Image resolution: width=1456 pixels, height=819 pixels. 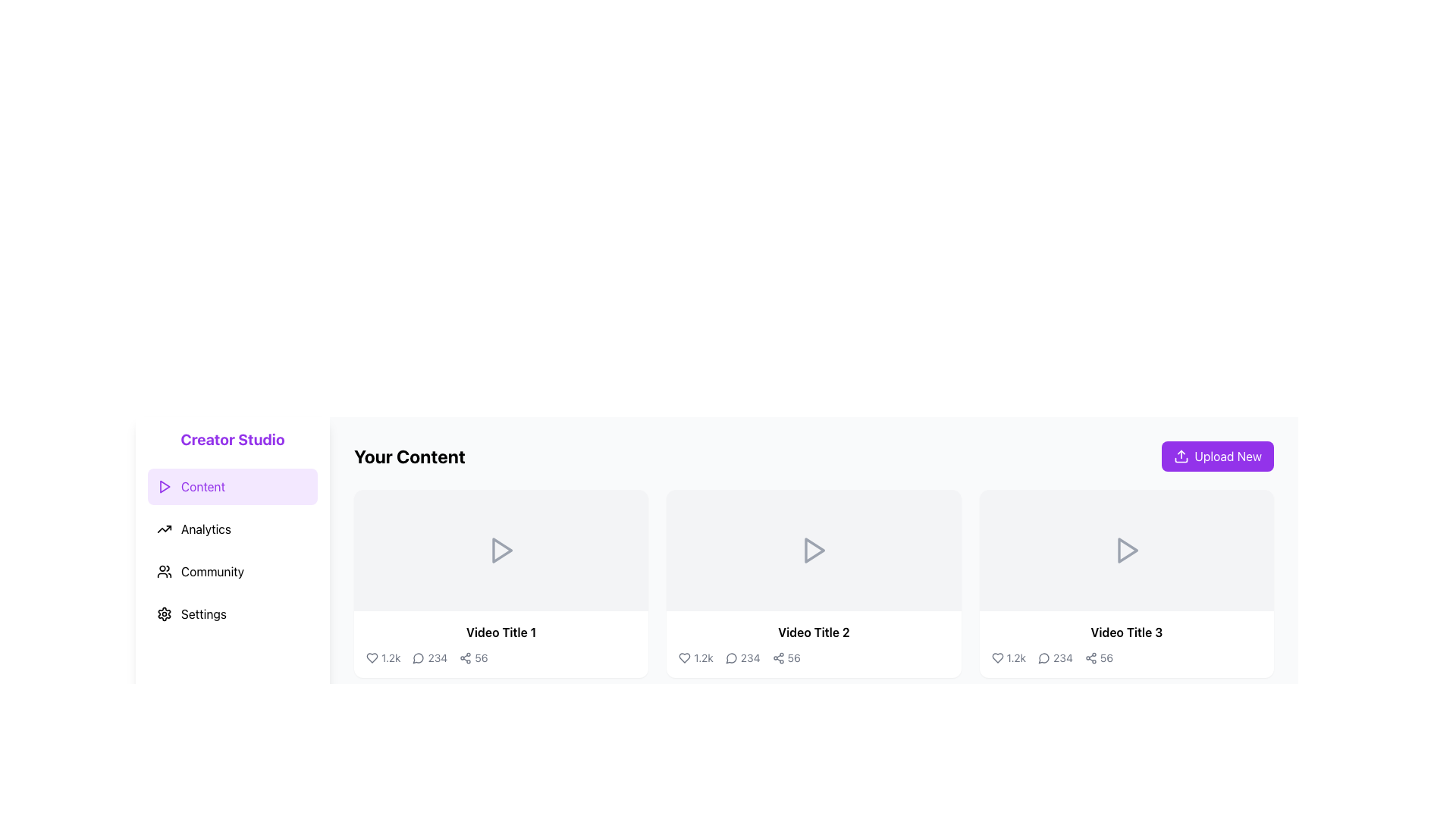 What do you see at coordinates (1128, 550) in the screenshot?
I see `the triangular play icon with a gray outline located in the third video card labeled 'Video Title 3' in the 'Your Content' section` at bounding box center [1128, 550].